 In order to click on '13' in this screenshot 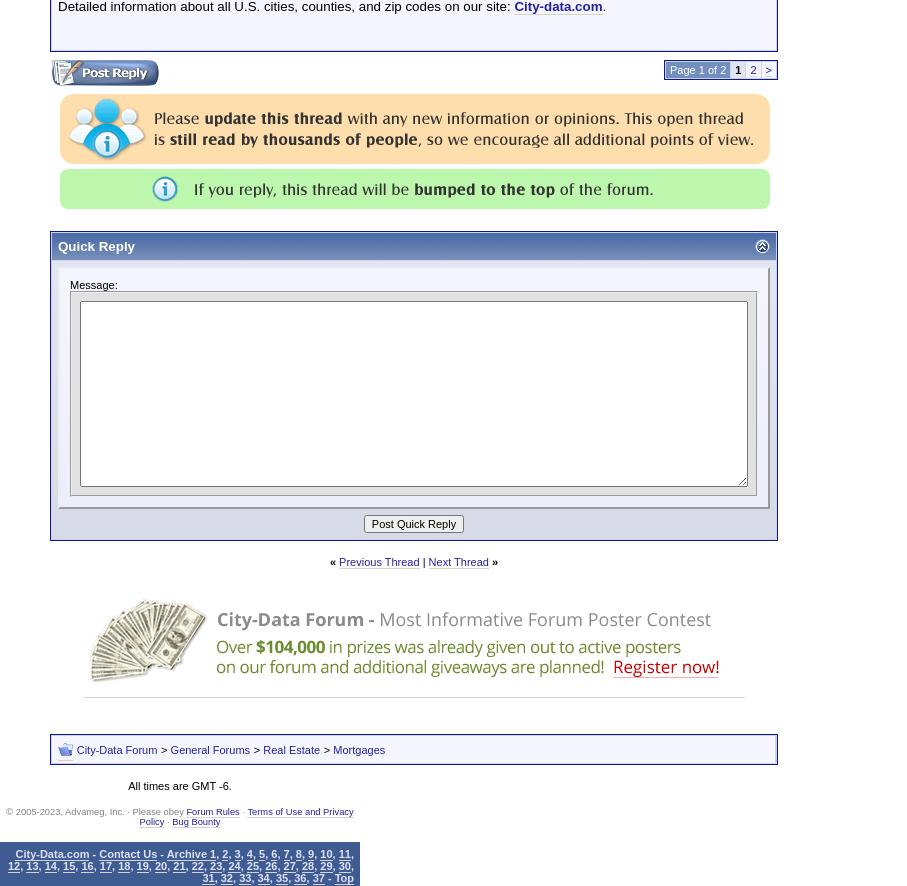, I will do `click(31, 864)`.